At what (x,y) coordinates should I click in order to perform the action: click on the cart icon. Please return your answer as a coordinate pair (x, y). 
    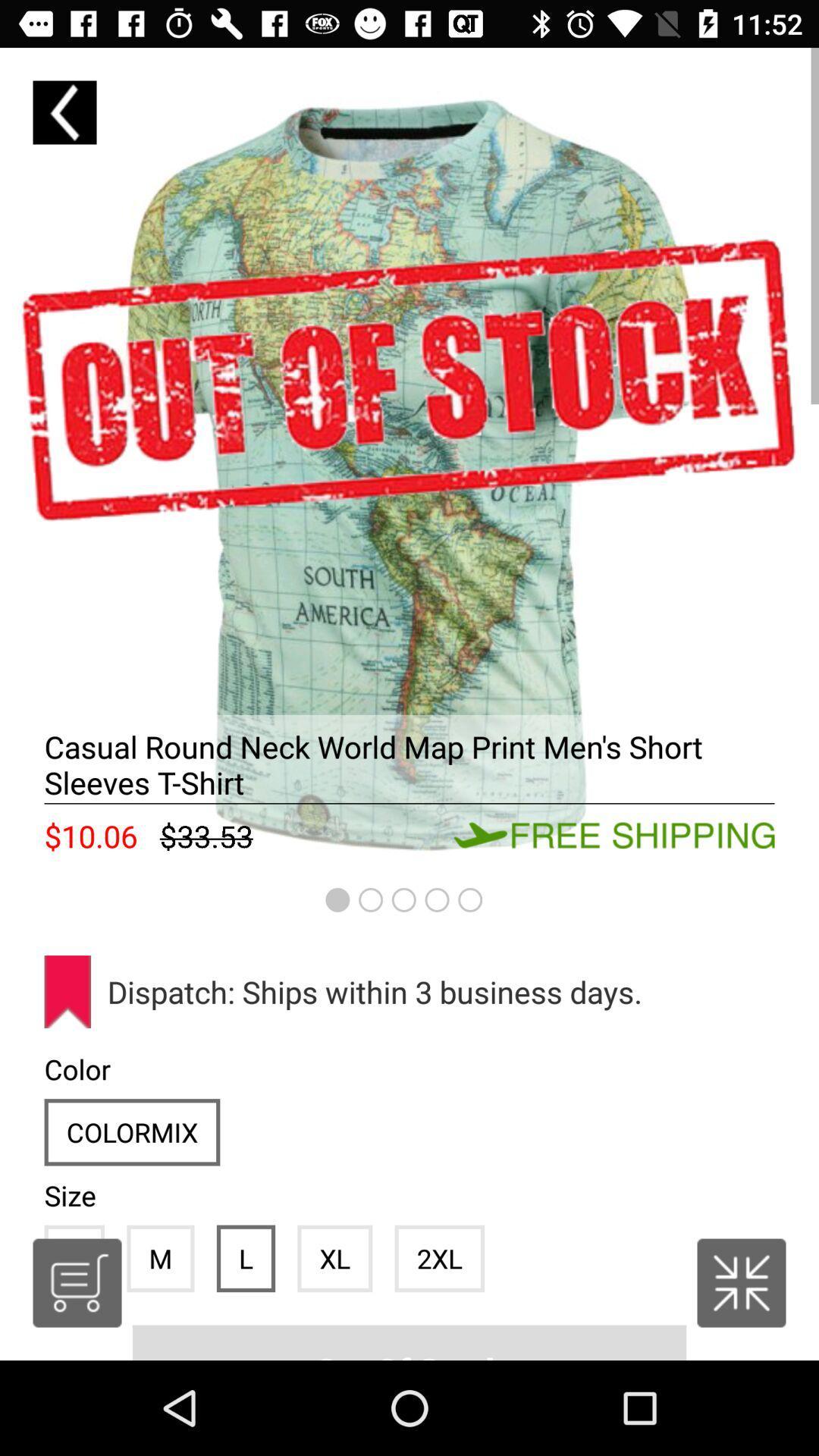
    Looking at the image, I should click on (77, 1282).